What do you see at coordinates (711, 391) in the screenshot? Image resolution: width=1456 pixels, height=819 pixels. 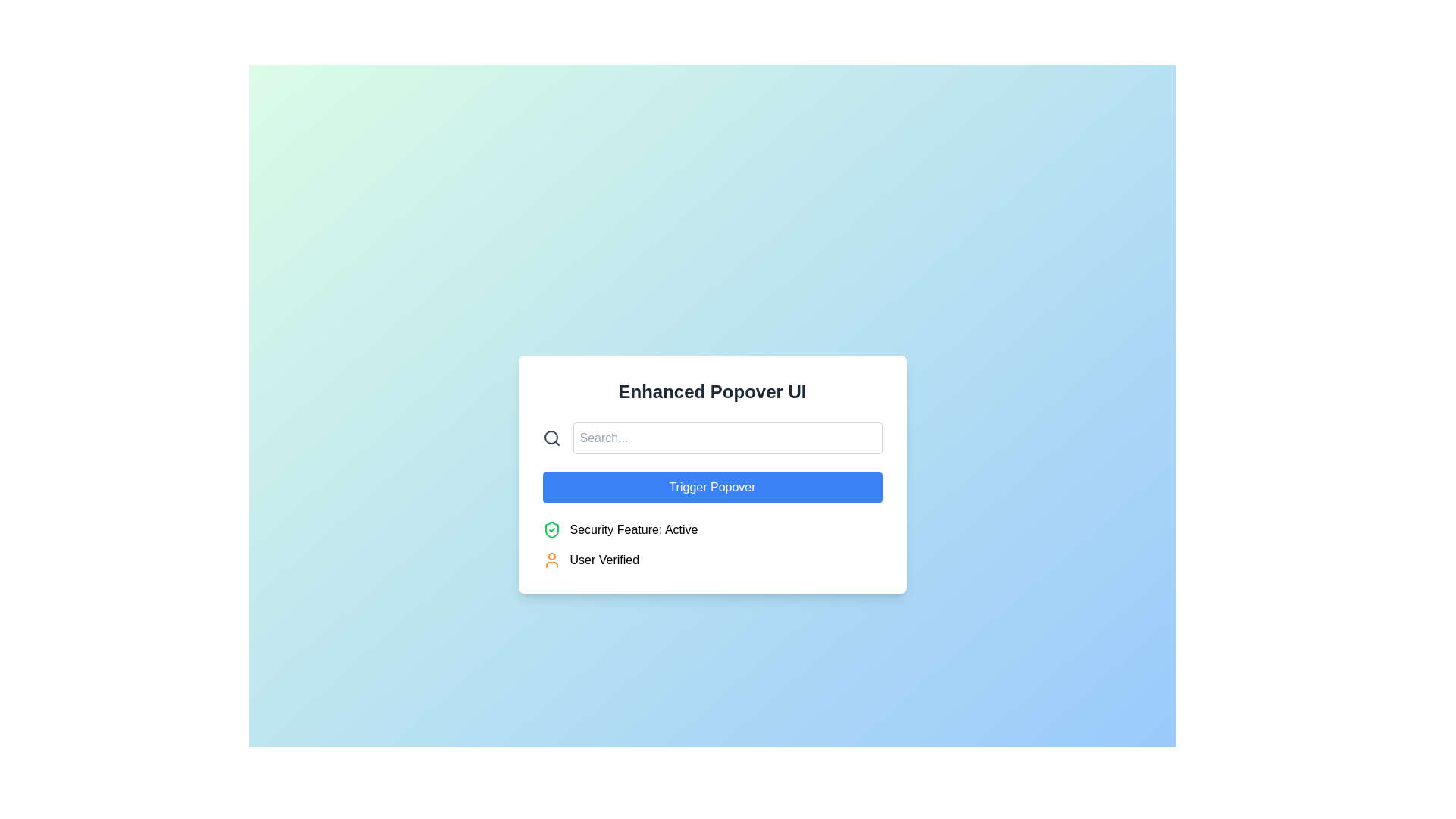 I see `the Text Display element that shows the title 'Enhanced Popover UI' in bold, dark gray font, centered at the top of a white box with rounded corners` at bounding box center [711, 391].